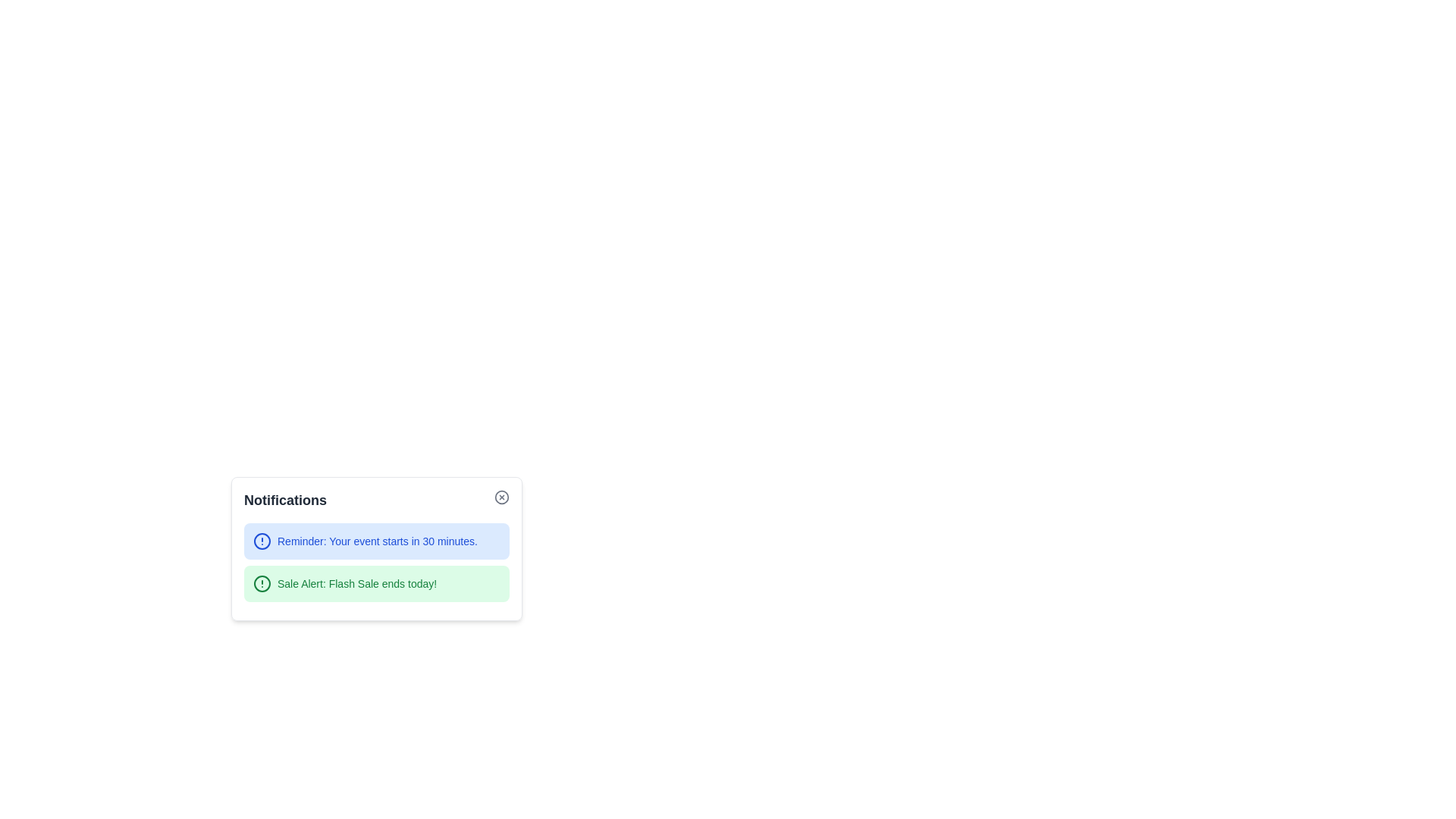  I want to click on the green circular icon within the notification card that is adjacent to the text 'Sale Alert: Flash Sale ends today!', so click(262, 583).